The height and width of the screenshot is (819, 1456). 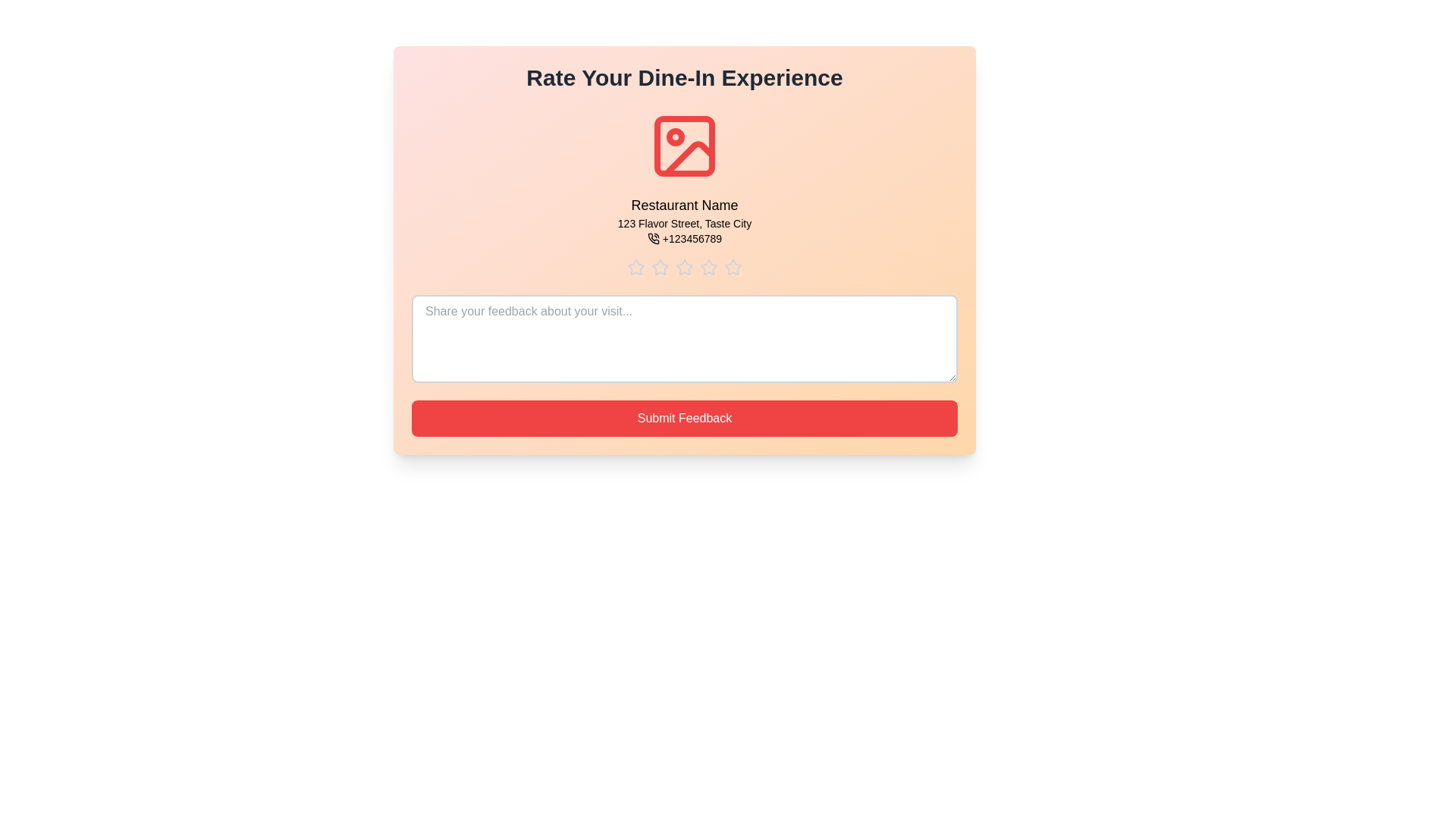 What do you see at coordinates (683, 418) in the screenshot?
I see `the submit button to submit the feedback` at bounding box center [683, 418].